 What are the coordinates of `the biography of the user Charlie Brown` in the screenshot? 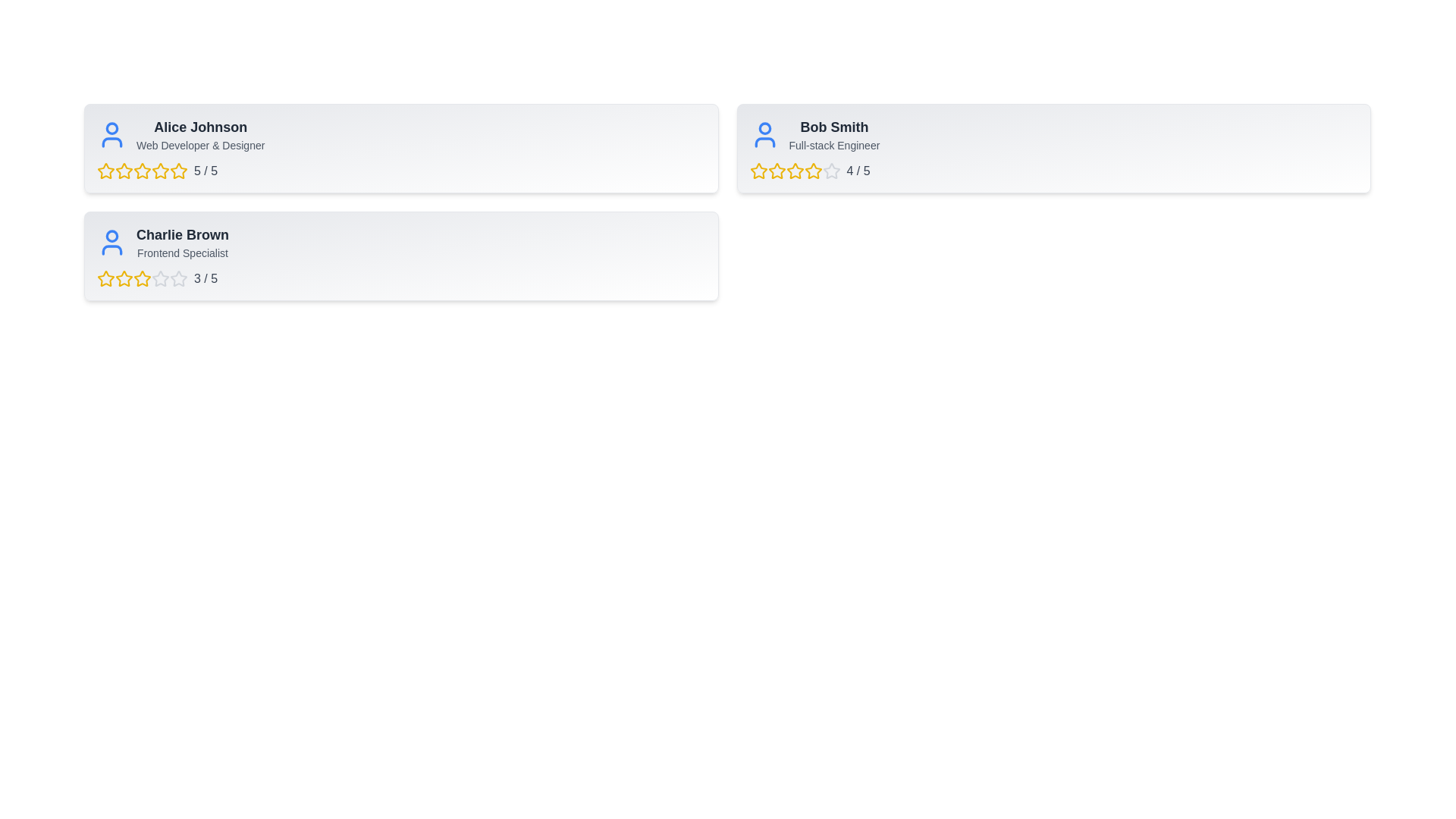 It's located at (182, 253).